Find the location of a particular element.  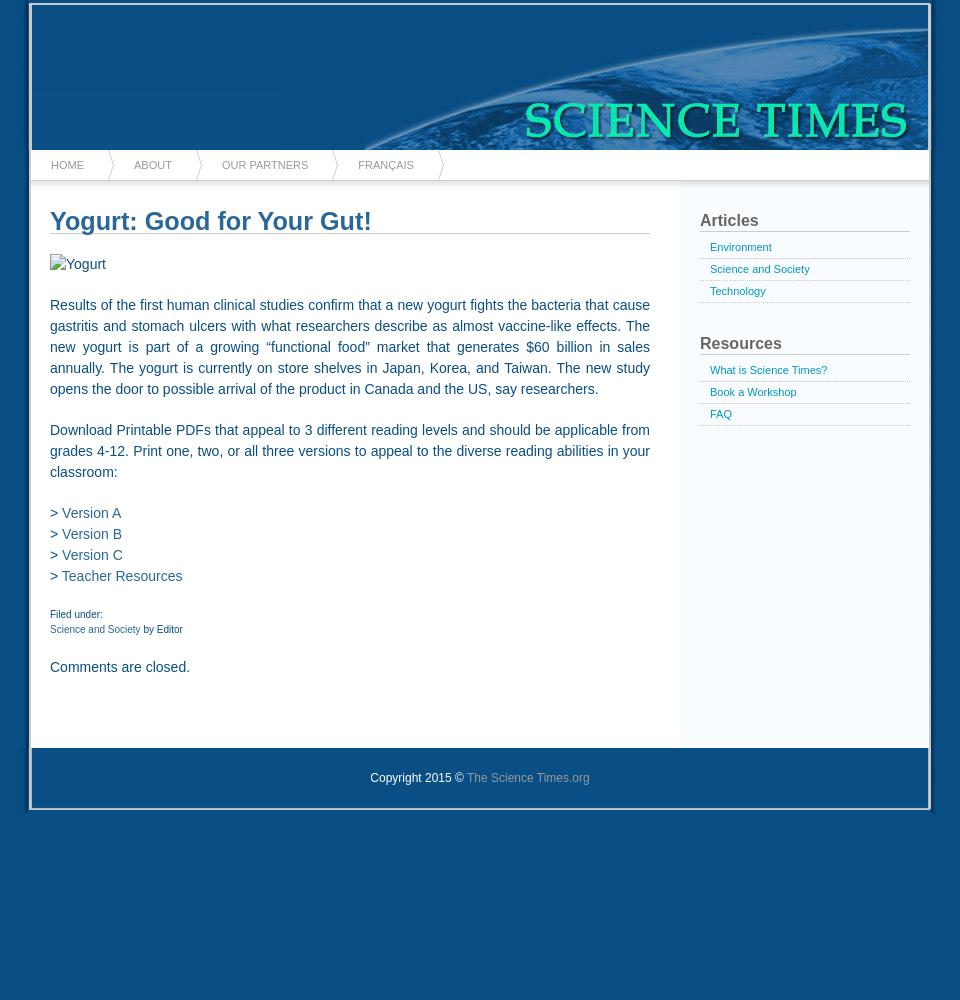

'Resources' is located at coordinates (739, 342).